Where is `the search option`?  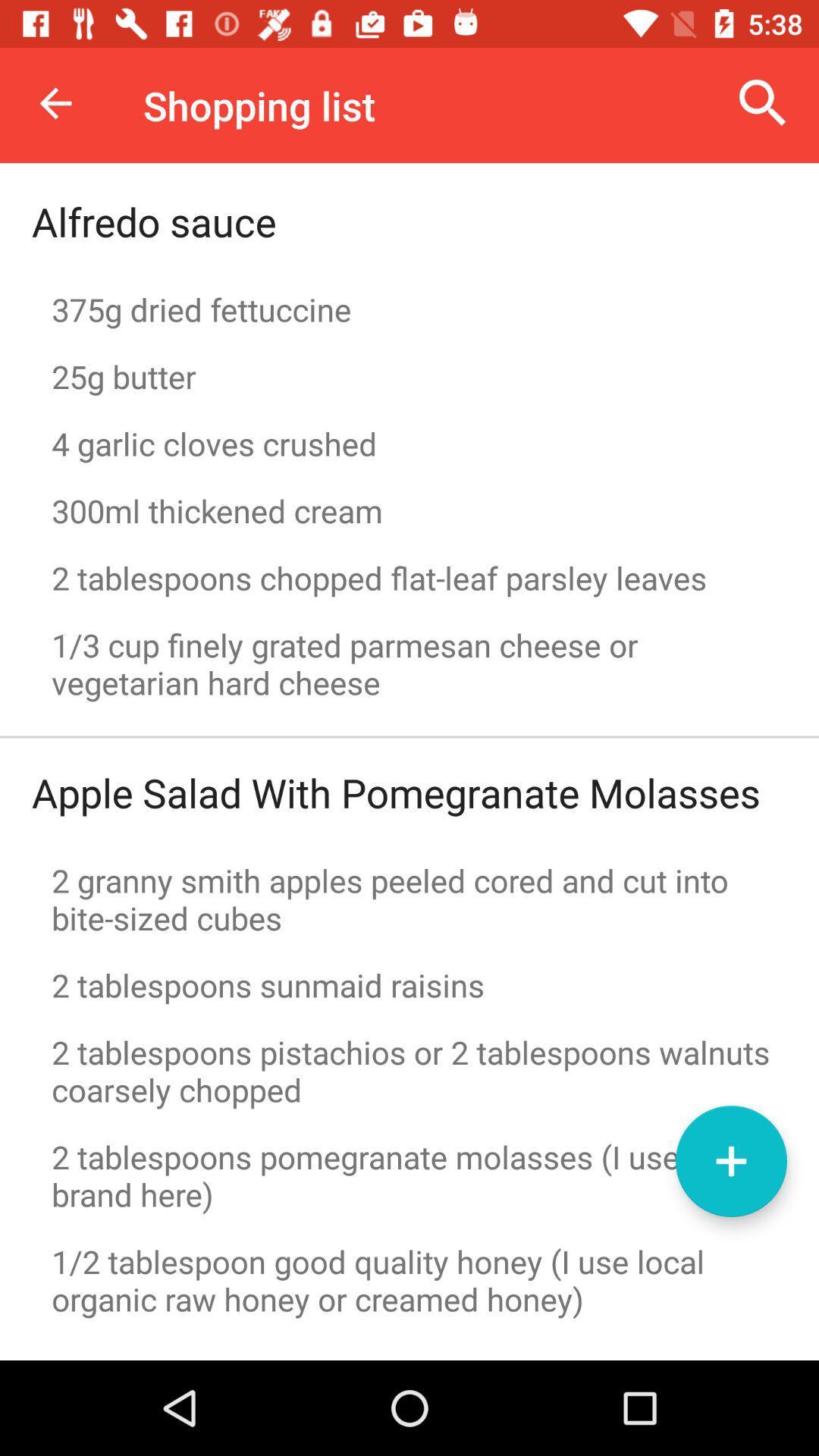
the search option is located at coordinates (763, 103).